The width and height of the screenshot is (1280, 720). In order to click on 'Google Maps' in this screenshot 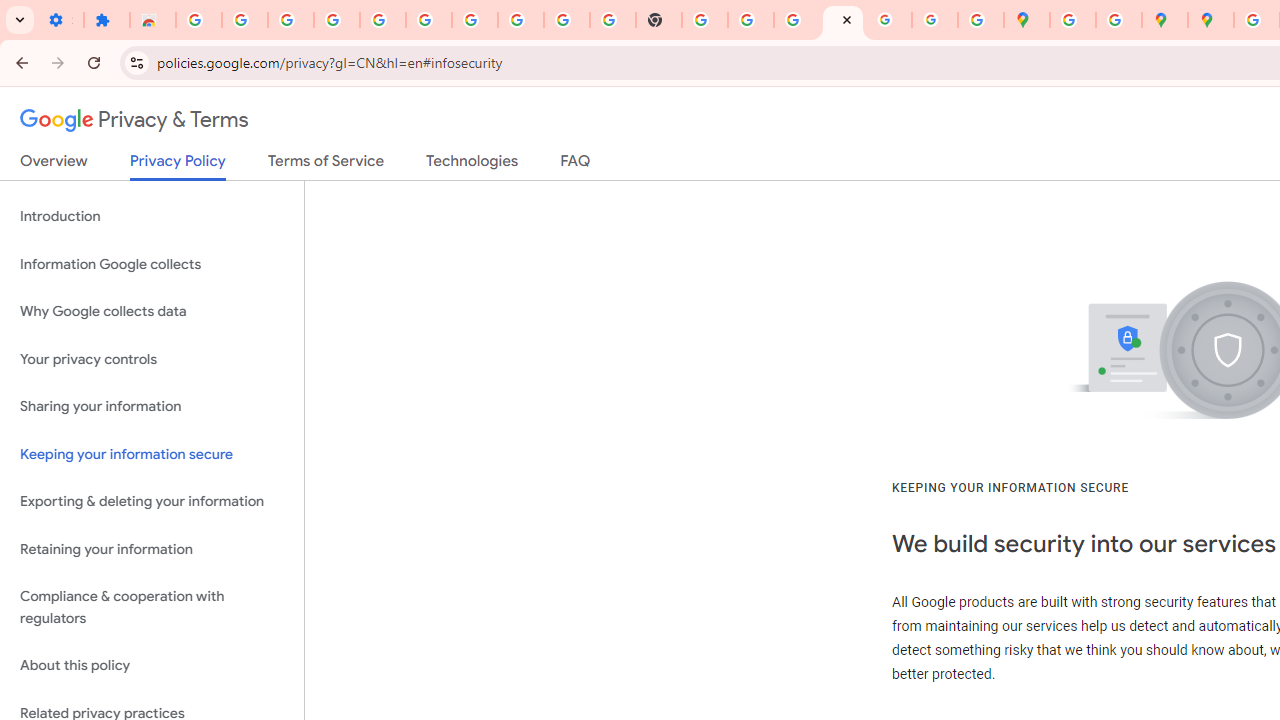, I will do `click(1026, 20)`.